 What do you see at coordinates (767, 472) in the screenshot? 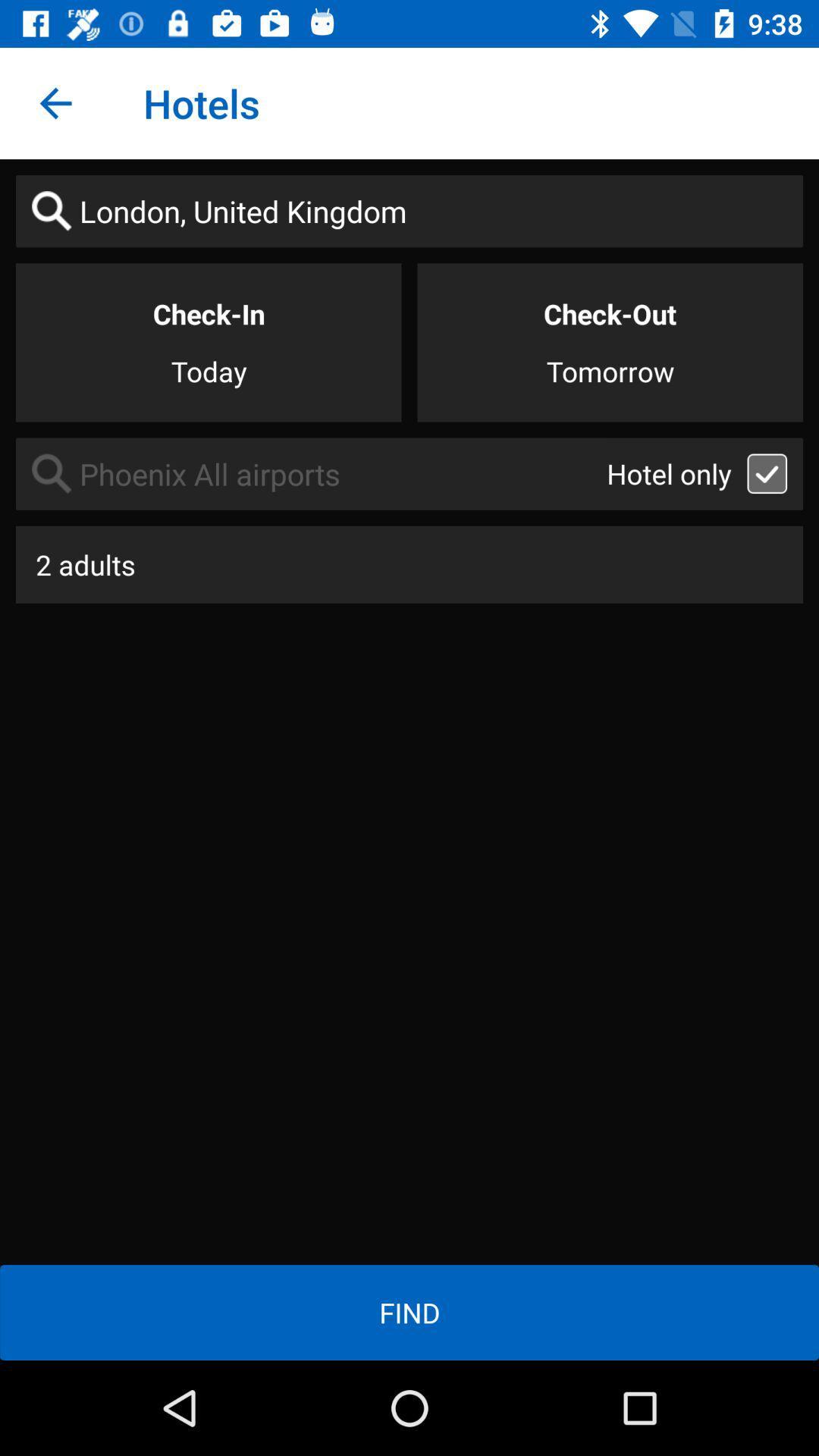
I see `box which is right hand side of text hotel only` at bounding box center [767, 472].